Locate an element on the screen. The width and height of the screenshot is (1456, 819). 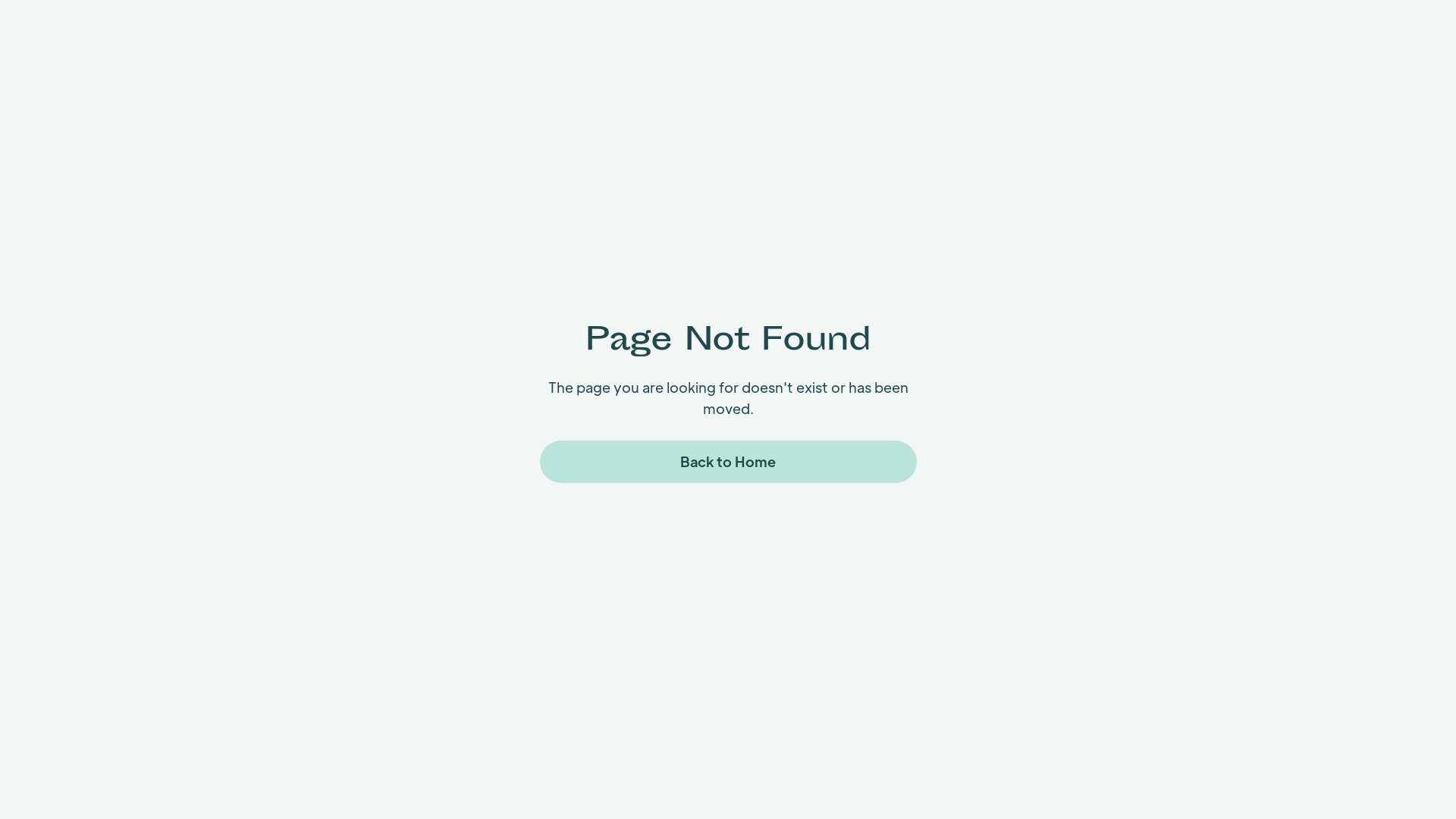
'Back to Home' is located at coordinates (728, 461).